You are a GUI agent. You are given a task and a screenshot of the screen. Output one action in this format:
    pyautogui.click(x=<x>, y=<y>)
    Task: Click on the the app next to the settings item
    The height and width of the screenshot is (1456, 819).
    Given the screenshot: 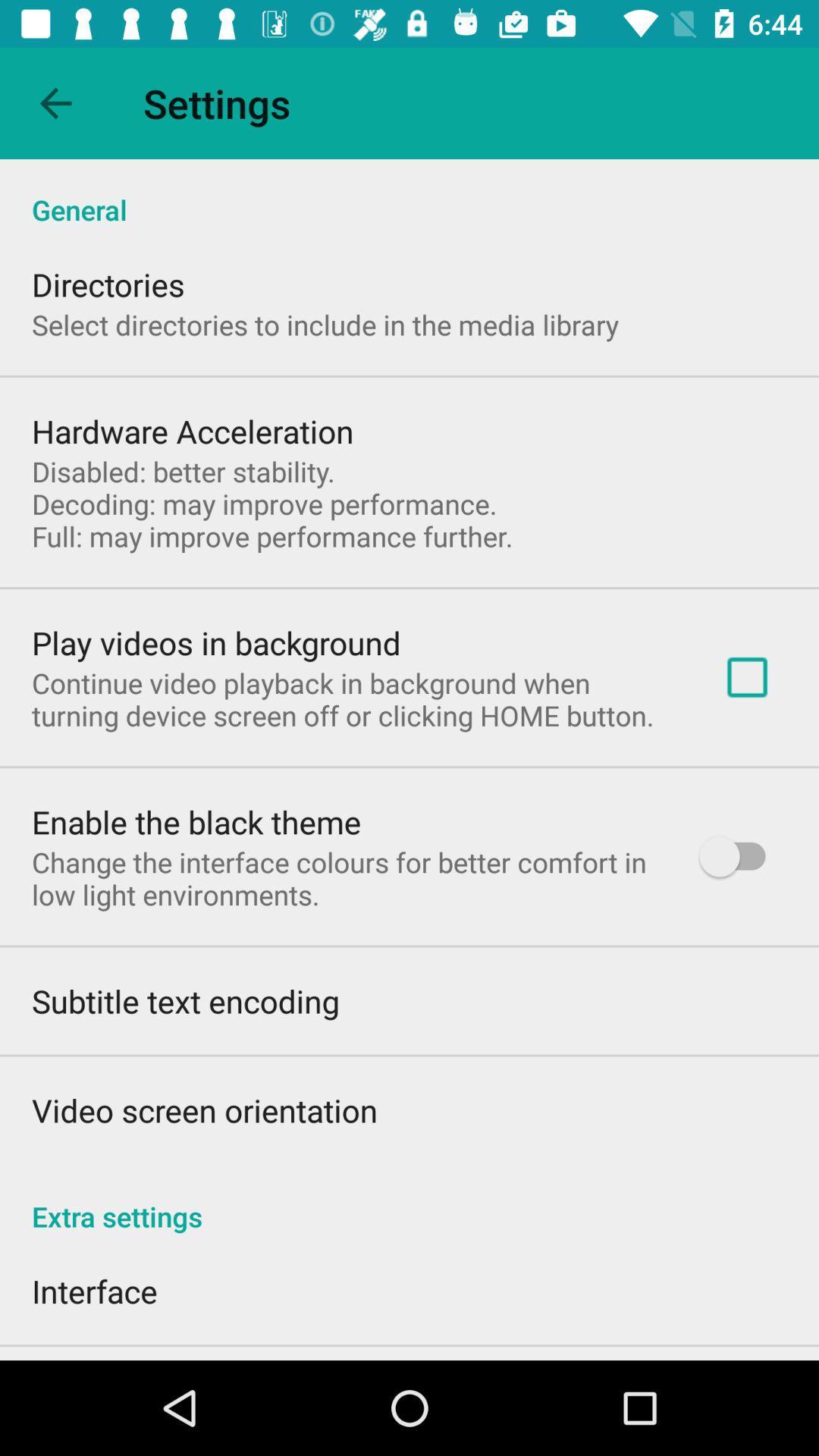 What is the action you would take?
    pyautogui.click(x=55, y=102)
    